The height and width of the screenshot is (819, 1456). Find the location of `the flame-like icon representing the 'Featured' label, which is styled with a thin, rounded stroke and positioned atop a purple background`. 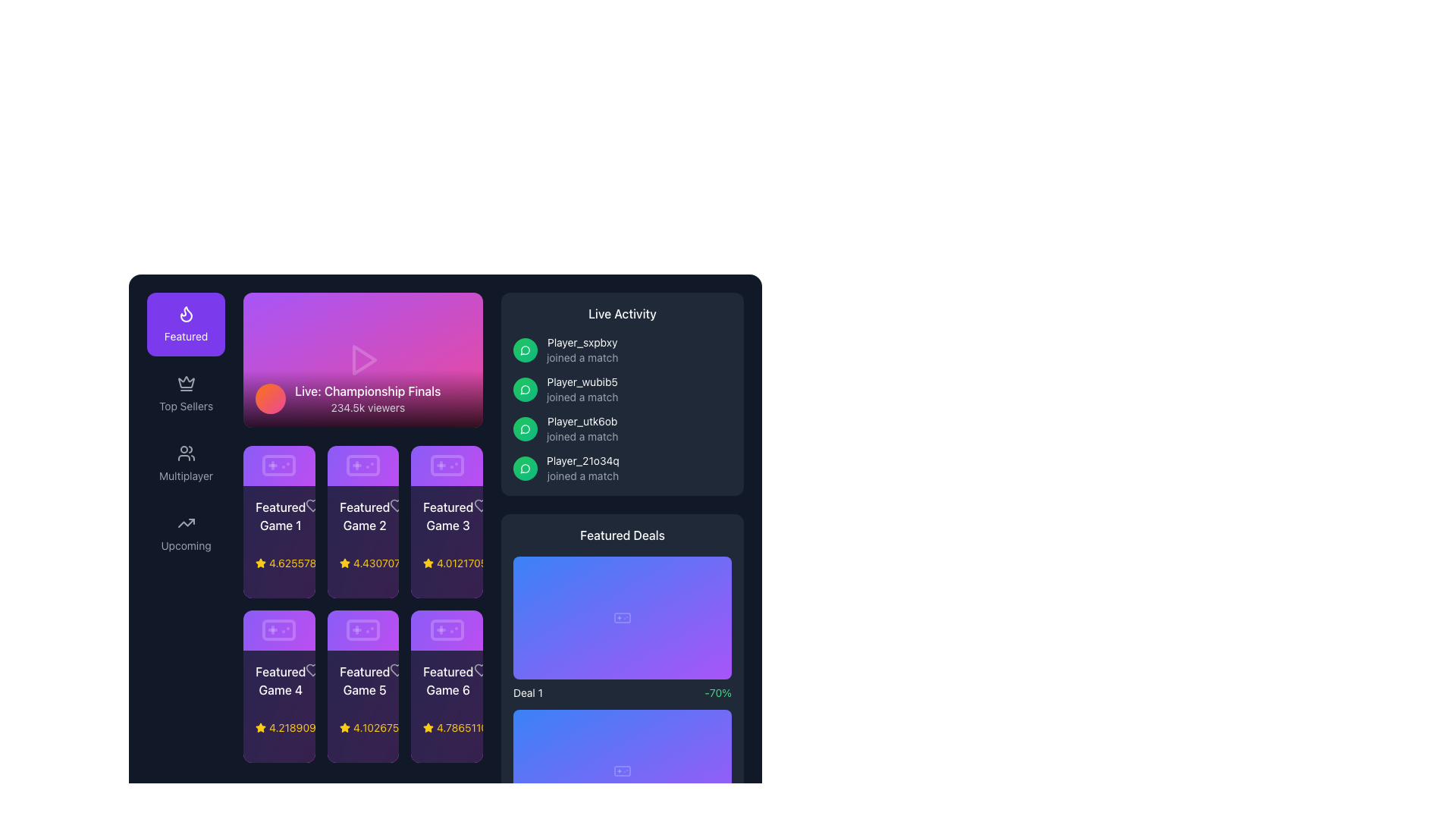

the flame-like icon representing the 'Featured' label, which is styled with a thin, rounded stroke and positioned atop a purple background is located at coordinates (185, 312).